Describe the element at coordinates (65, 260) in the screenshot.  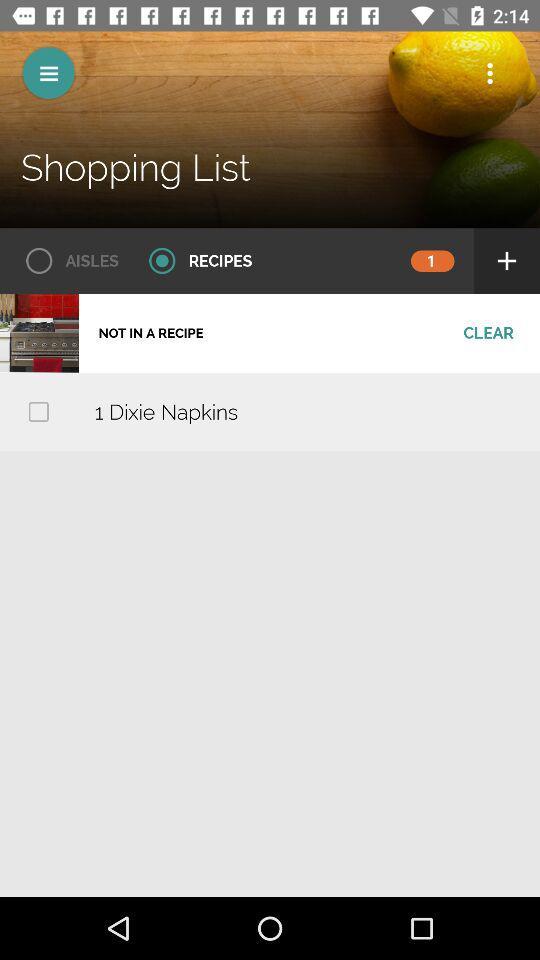
I see `to aisles option` at that location.